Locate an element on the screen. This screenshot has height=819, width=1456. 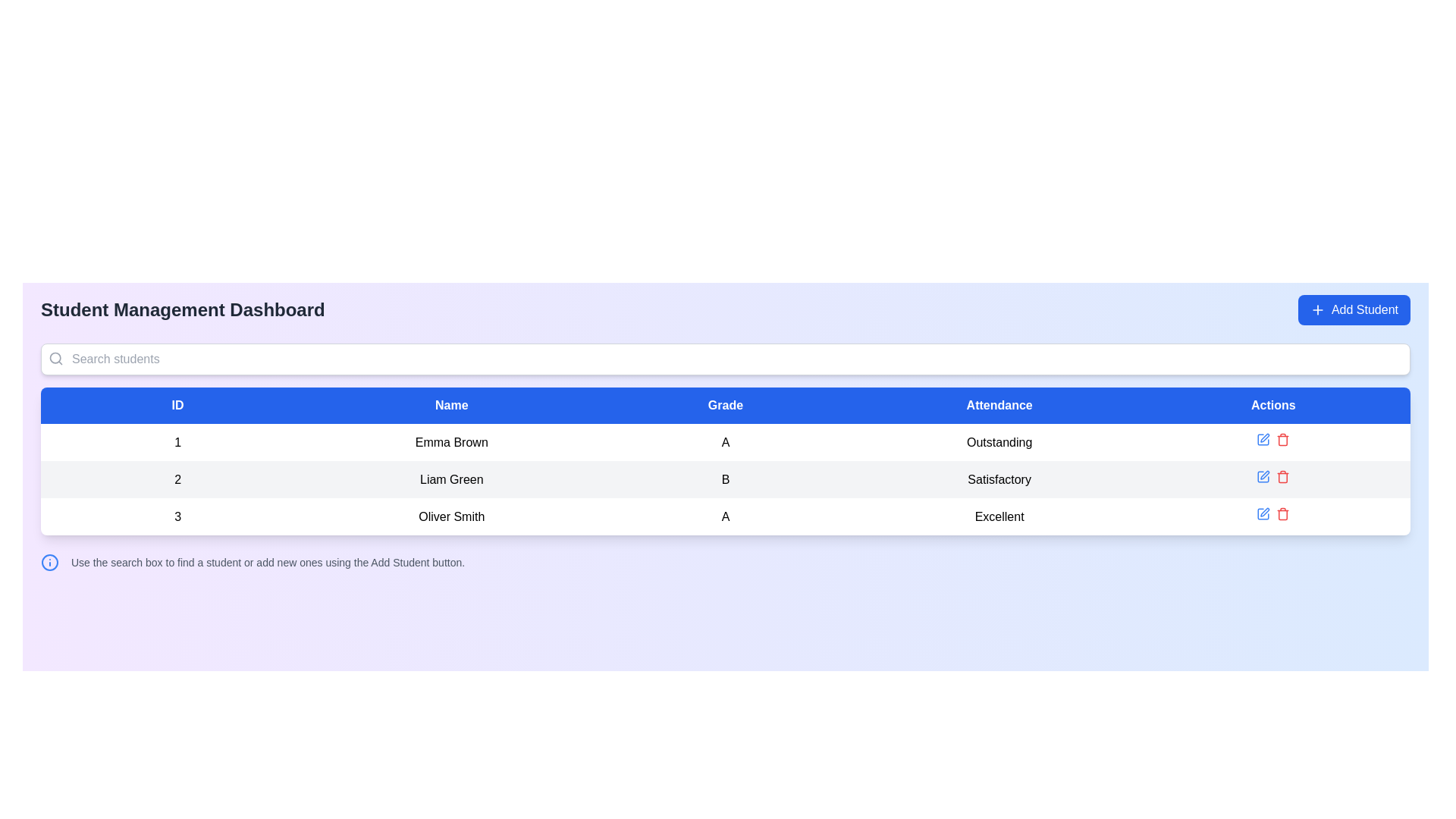
the '+' icon located within the blue 'Add Student' button in the top-right corner of the dashboard is located at coordinates (1316, 309).